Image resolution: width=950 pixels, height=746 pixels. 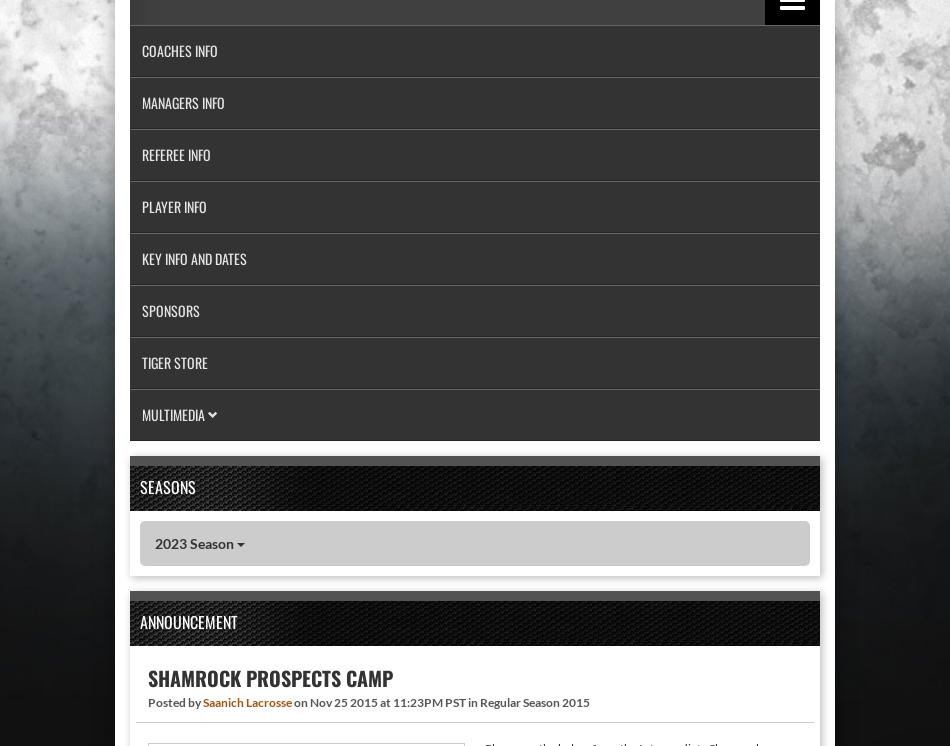 What do you see at coordinates (174, 205) in the screenshot?
I see `'Player Info'` at bounding box center [174, 205].